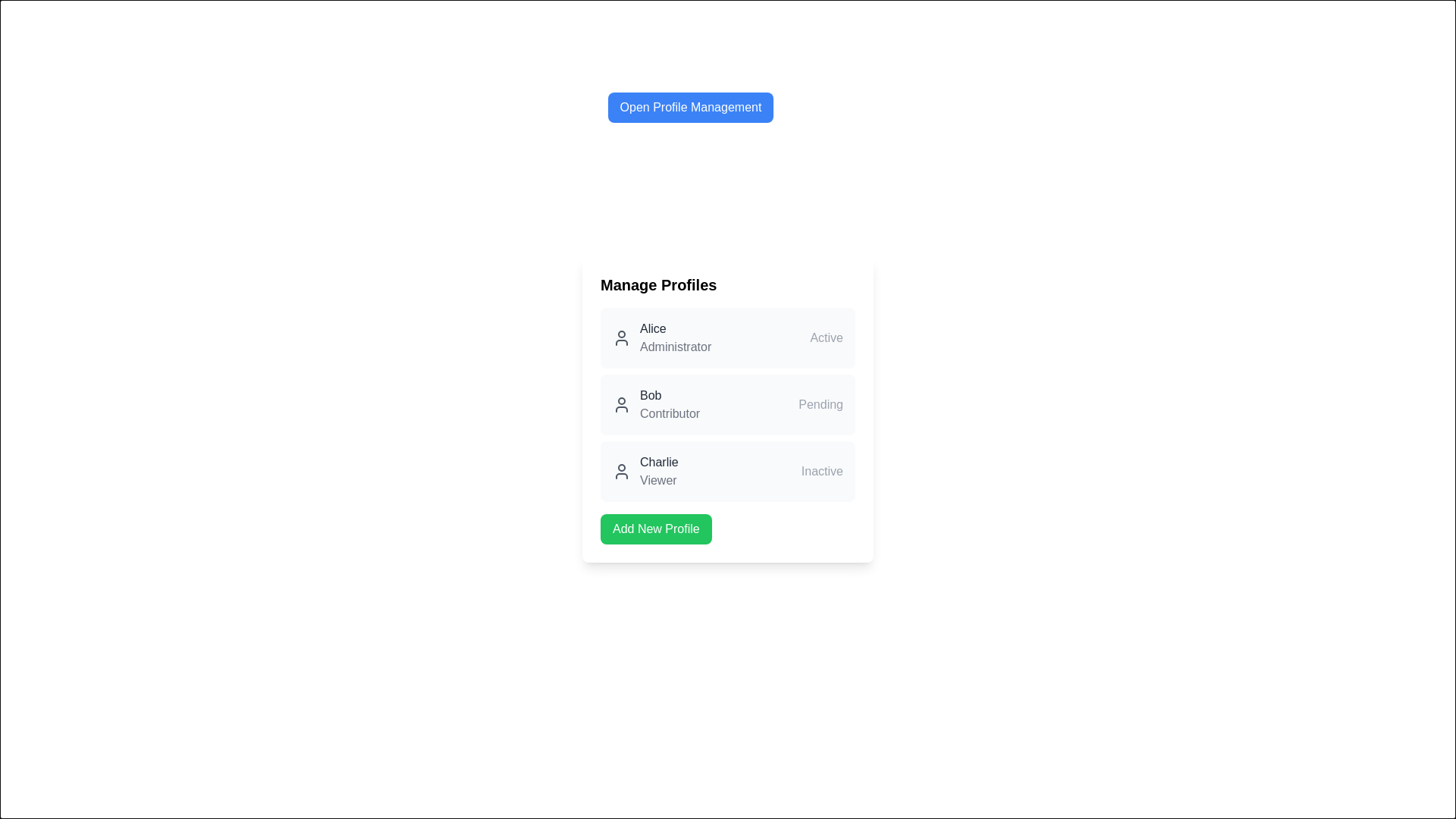  Describe the element at coordinates (690, 107) in the screenshot. I see `the dialog title to focus on it` at that location.